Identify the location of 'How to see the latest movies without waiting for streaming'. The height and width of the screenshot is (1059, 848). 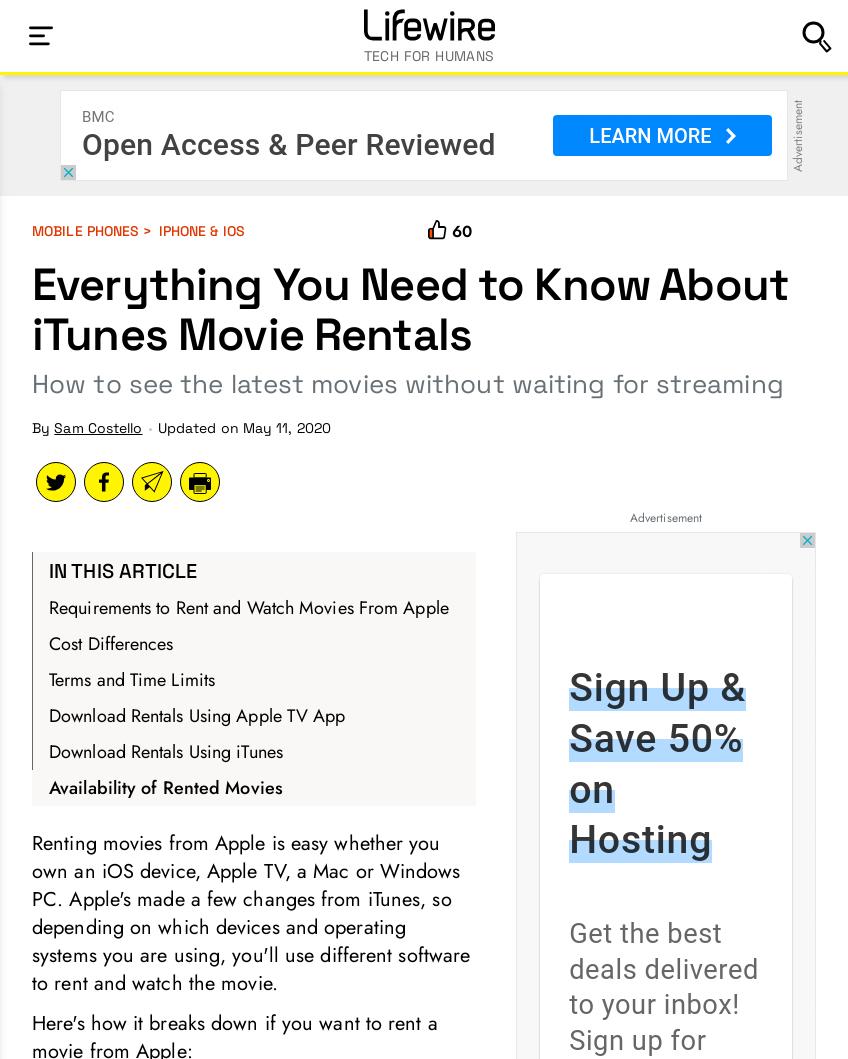
(407, 382).